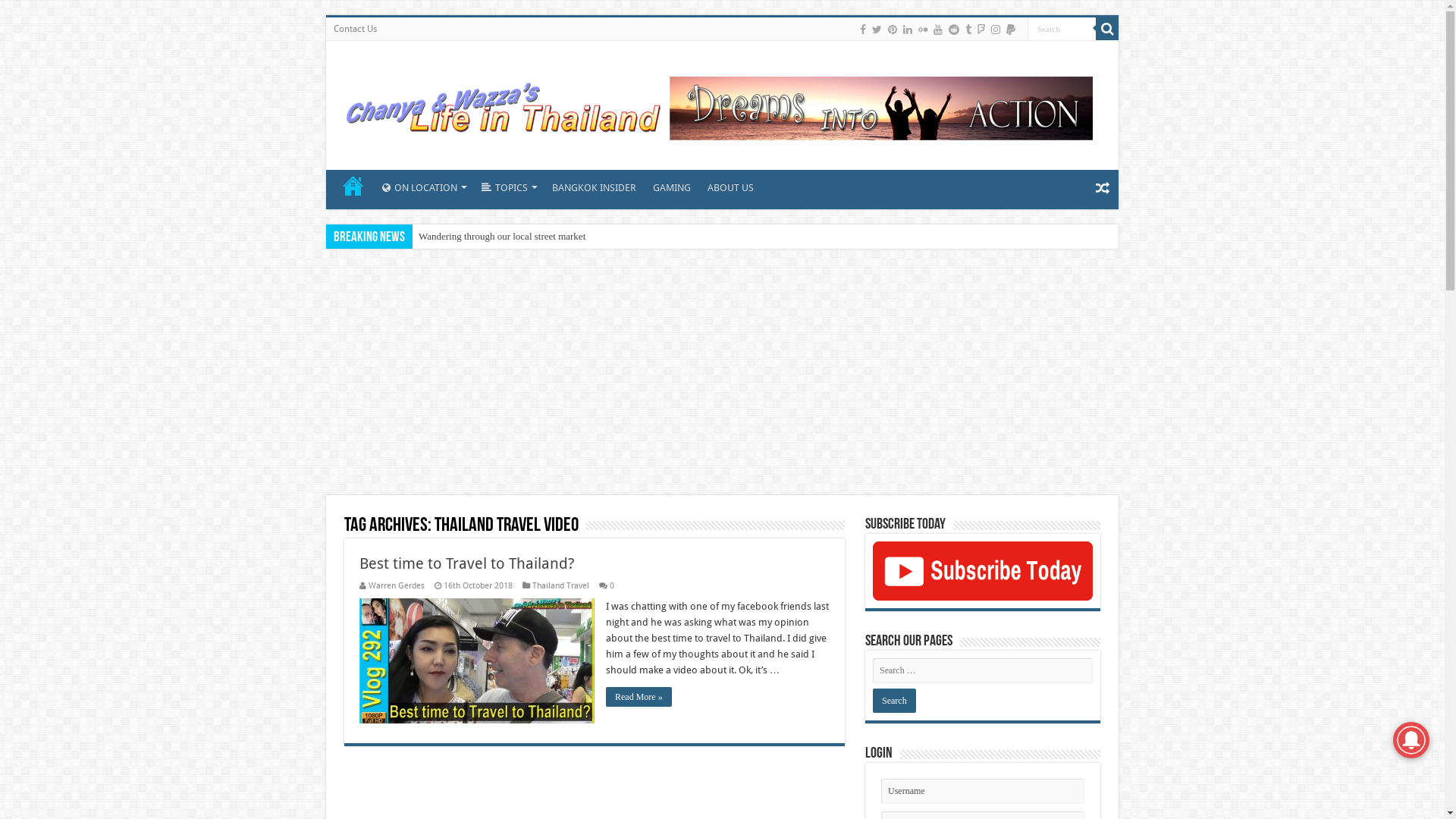 Image resolution: width=1456 pixels, height=819 pixels. I want to click on 'Youtube', so click(937, 29).